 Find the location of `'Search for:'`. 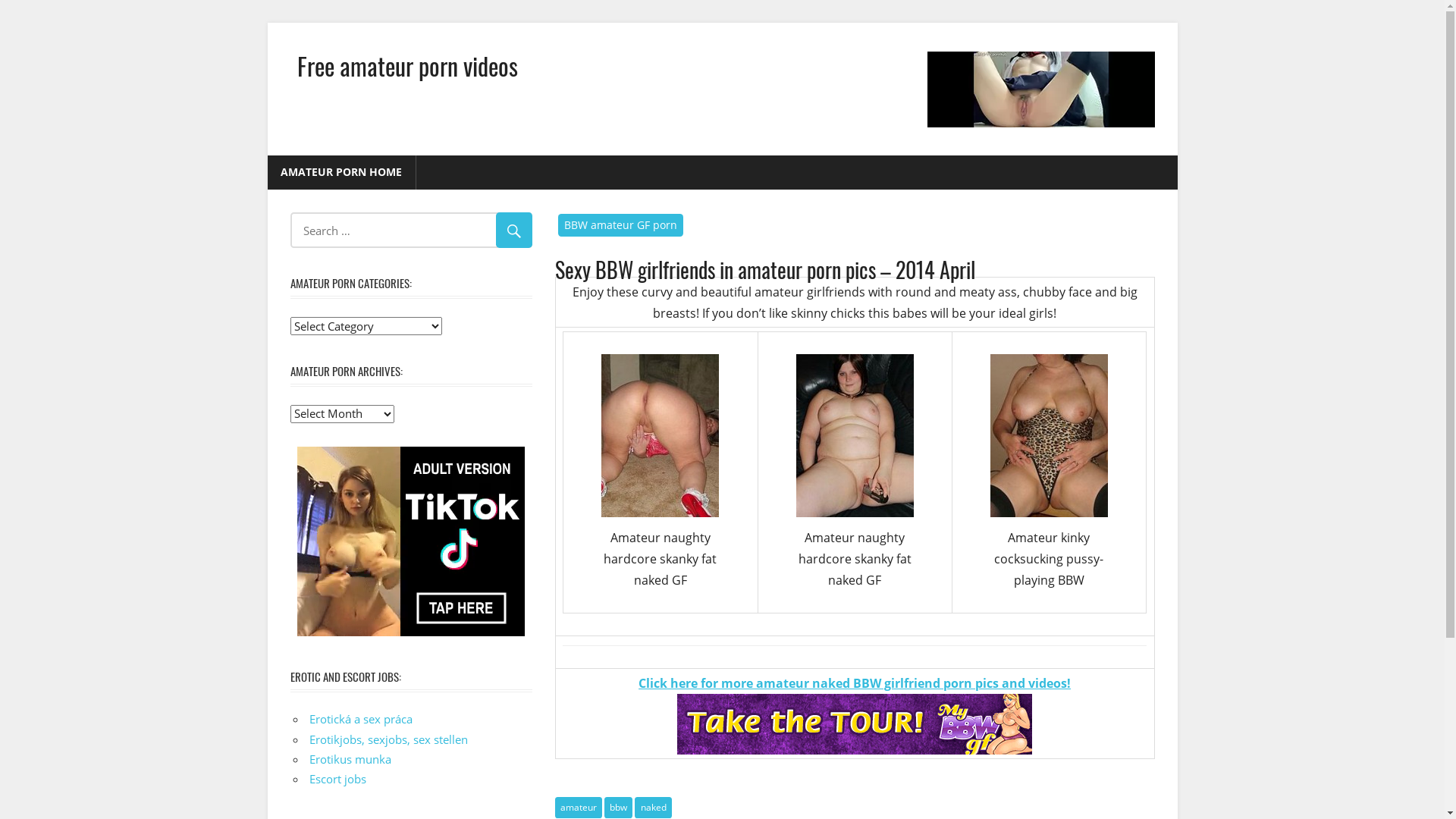

'Search for:' is located at coordinates (410, 230).